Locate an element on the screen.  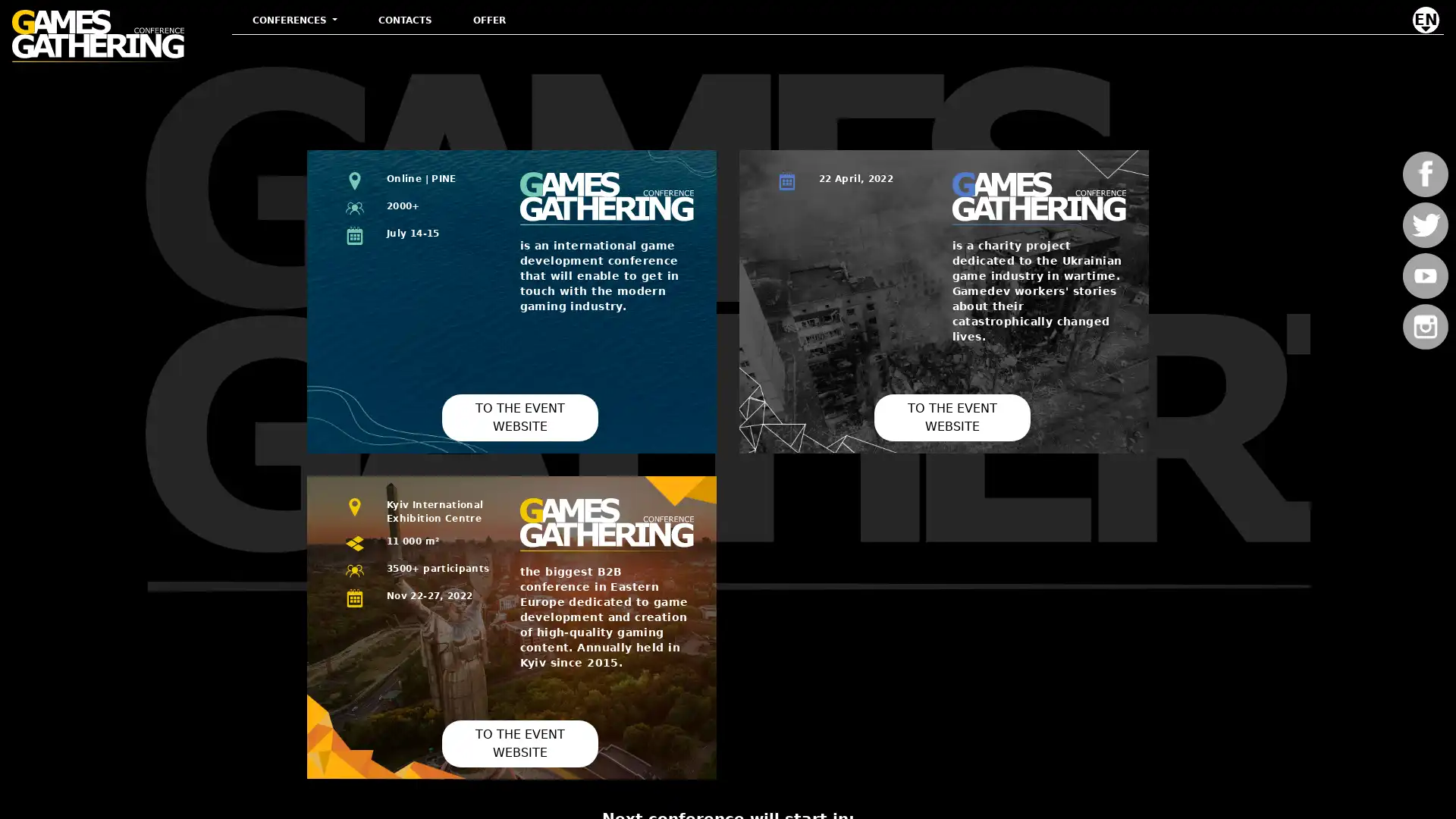
EN is located at coordinates (1425, 20).